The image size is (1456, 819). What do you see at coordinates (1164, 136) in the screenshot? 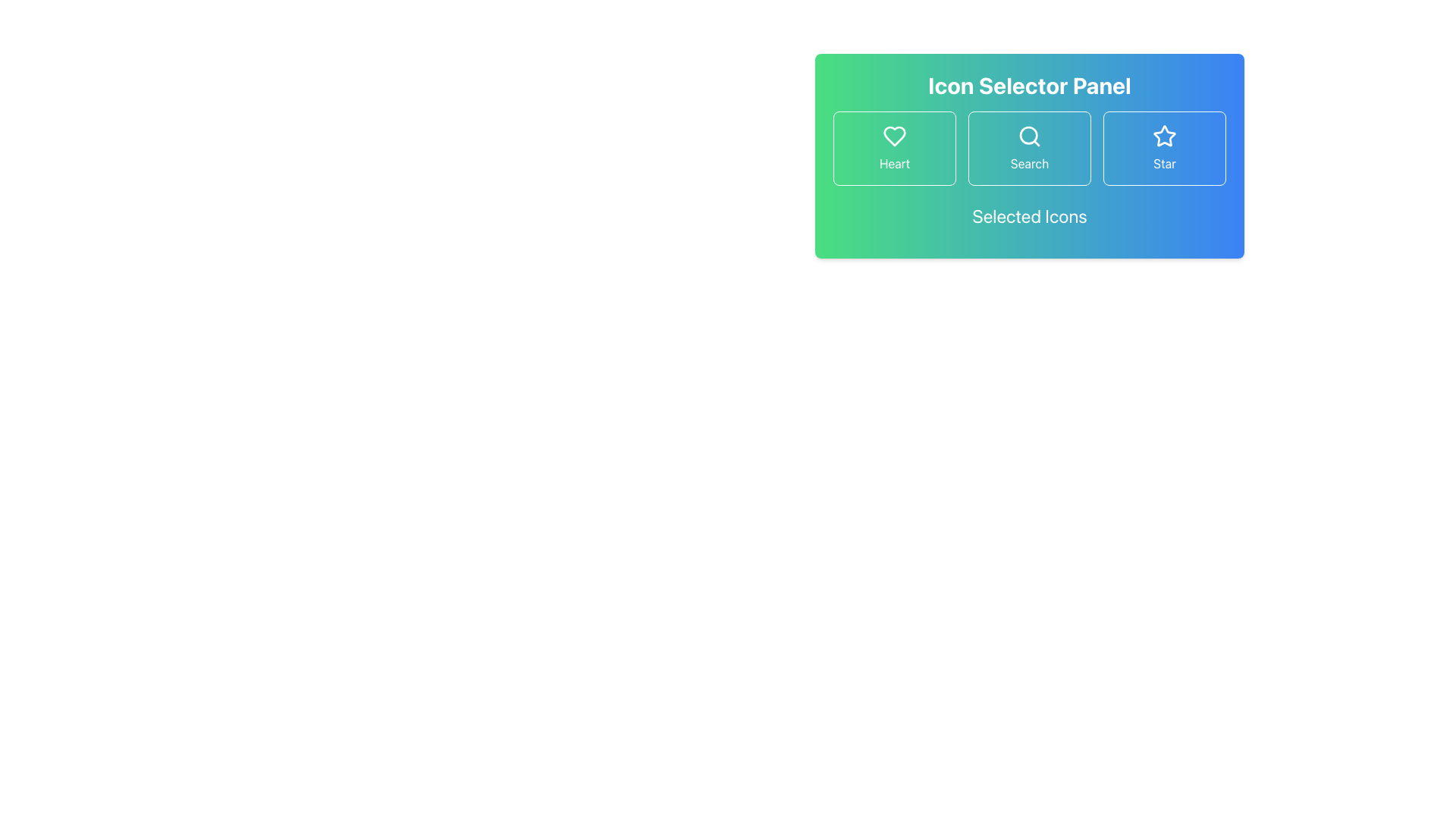
I see `the visual state of the star icon, which is the third button in the horizontal group of the 'Icon Selector Panel', to indicate its selection status` at bounding box center [1164, 136].